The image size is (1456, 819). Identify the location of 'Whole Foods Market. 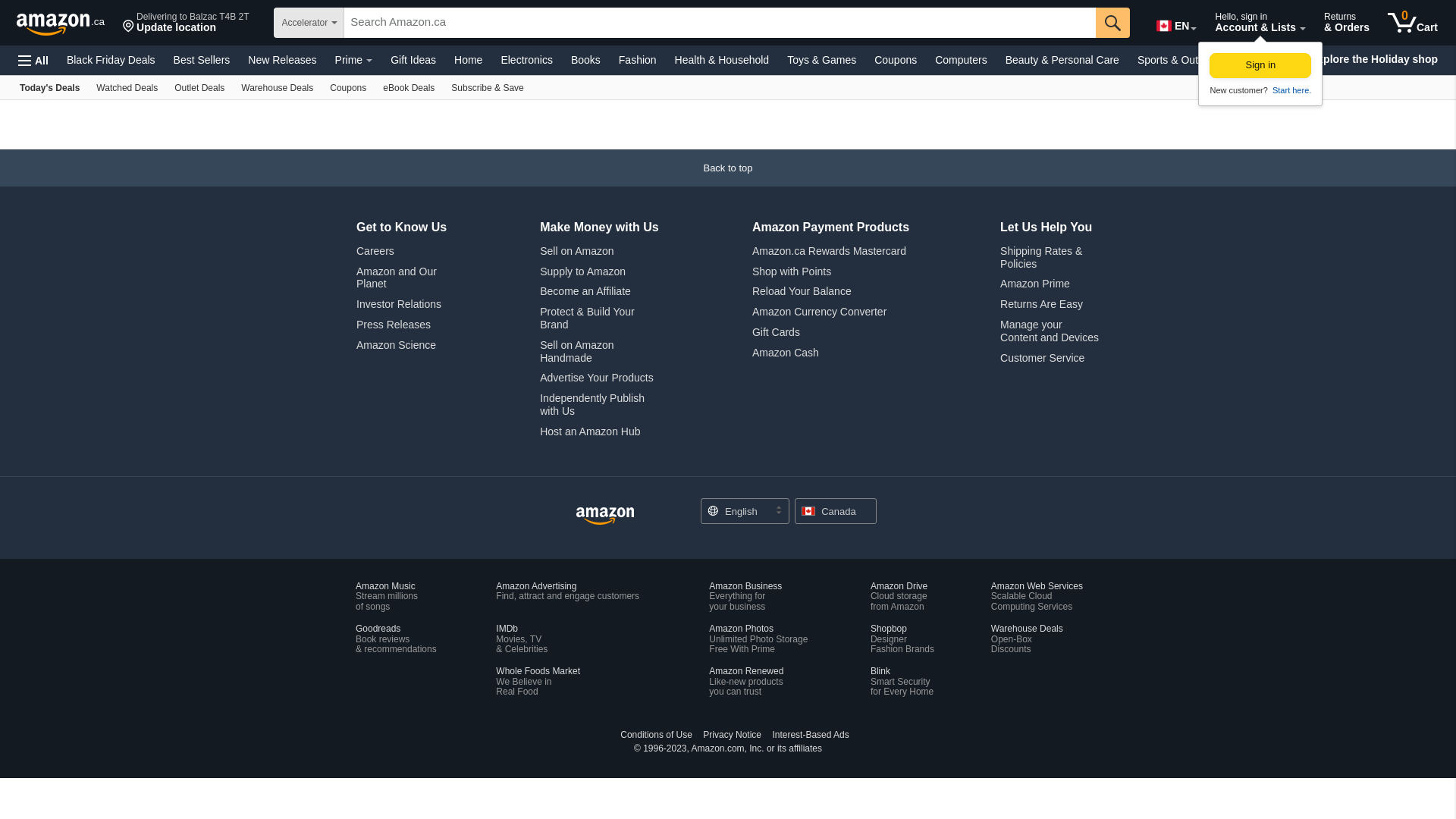
(538, 680).